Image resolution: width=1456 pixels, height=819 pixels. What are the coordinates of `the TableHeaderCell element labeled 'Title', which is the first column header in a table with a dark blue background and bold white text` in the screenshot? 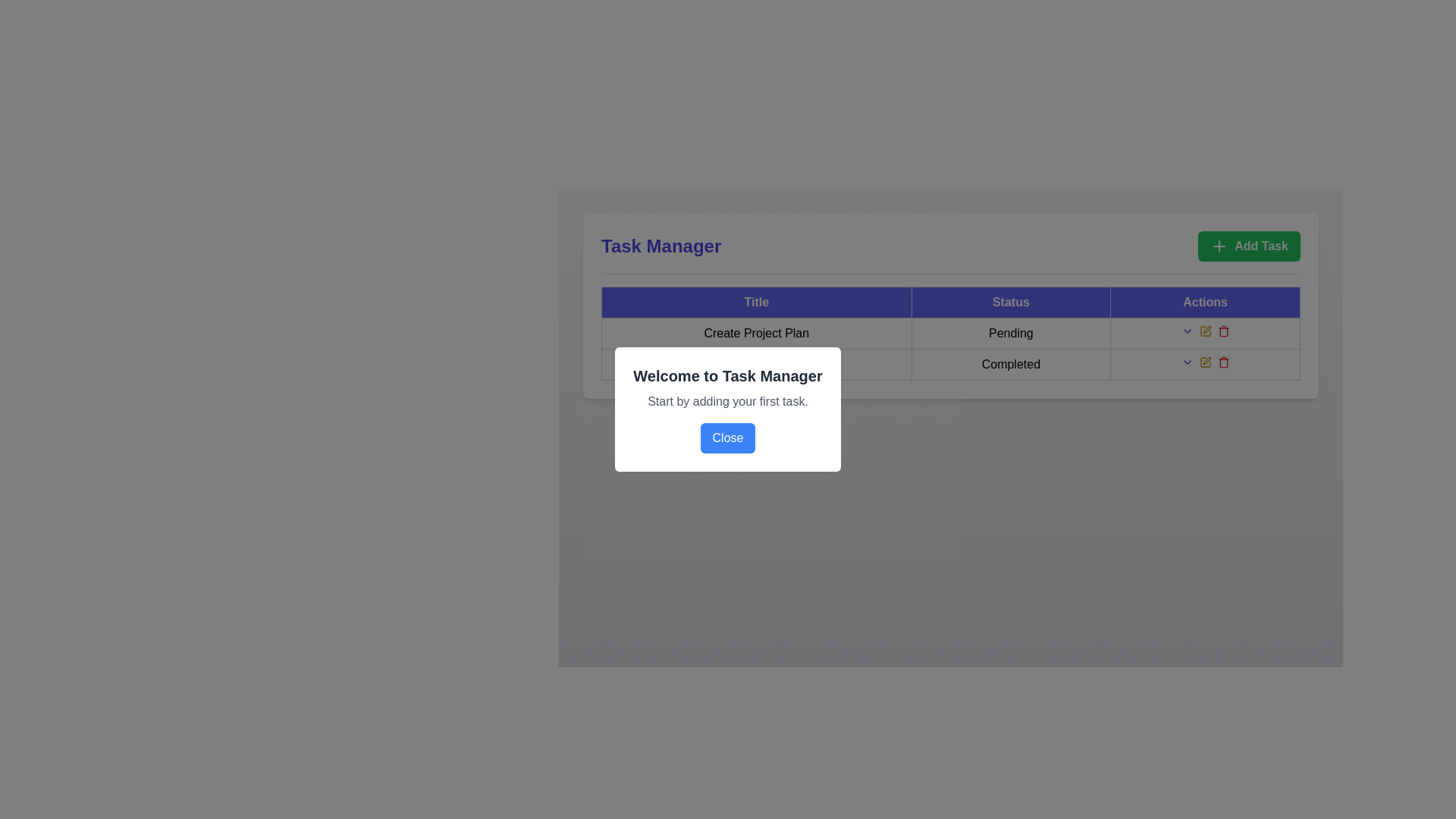 It's located at (756, 302).